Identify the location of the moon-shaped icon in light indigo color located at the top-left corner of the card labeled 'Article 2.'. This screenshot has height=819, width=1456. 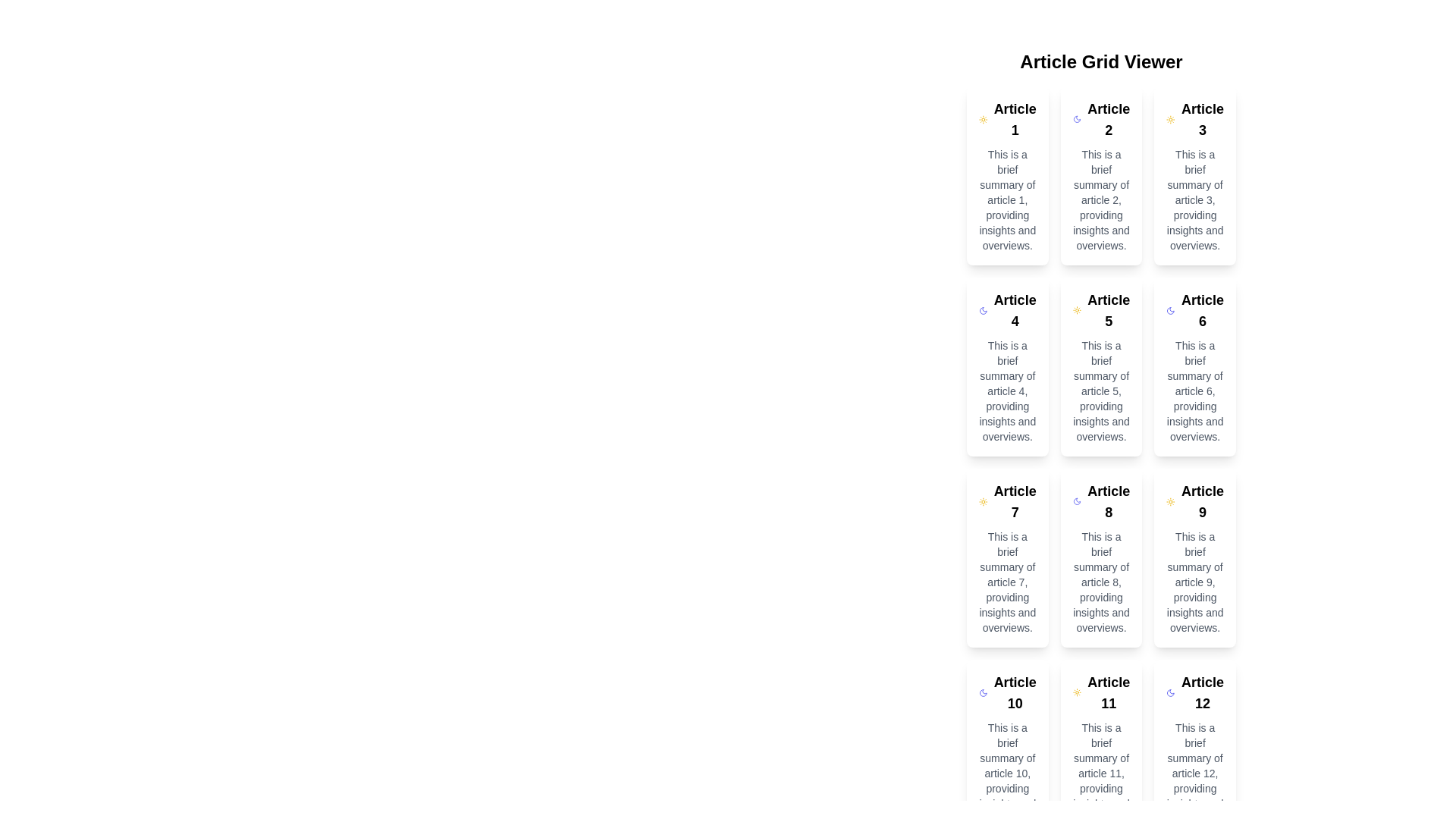
(1076, 119).